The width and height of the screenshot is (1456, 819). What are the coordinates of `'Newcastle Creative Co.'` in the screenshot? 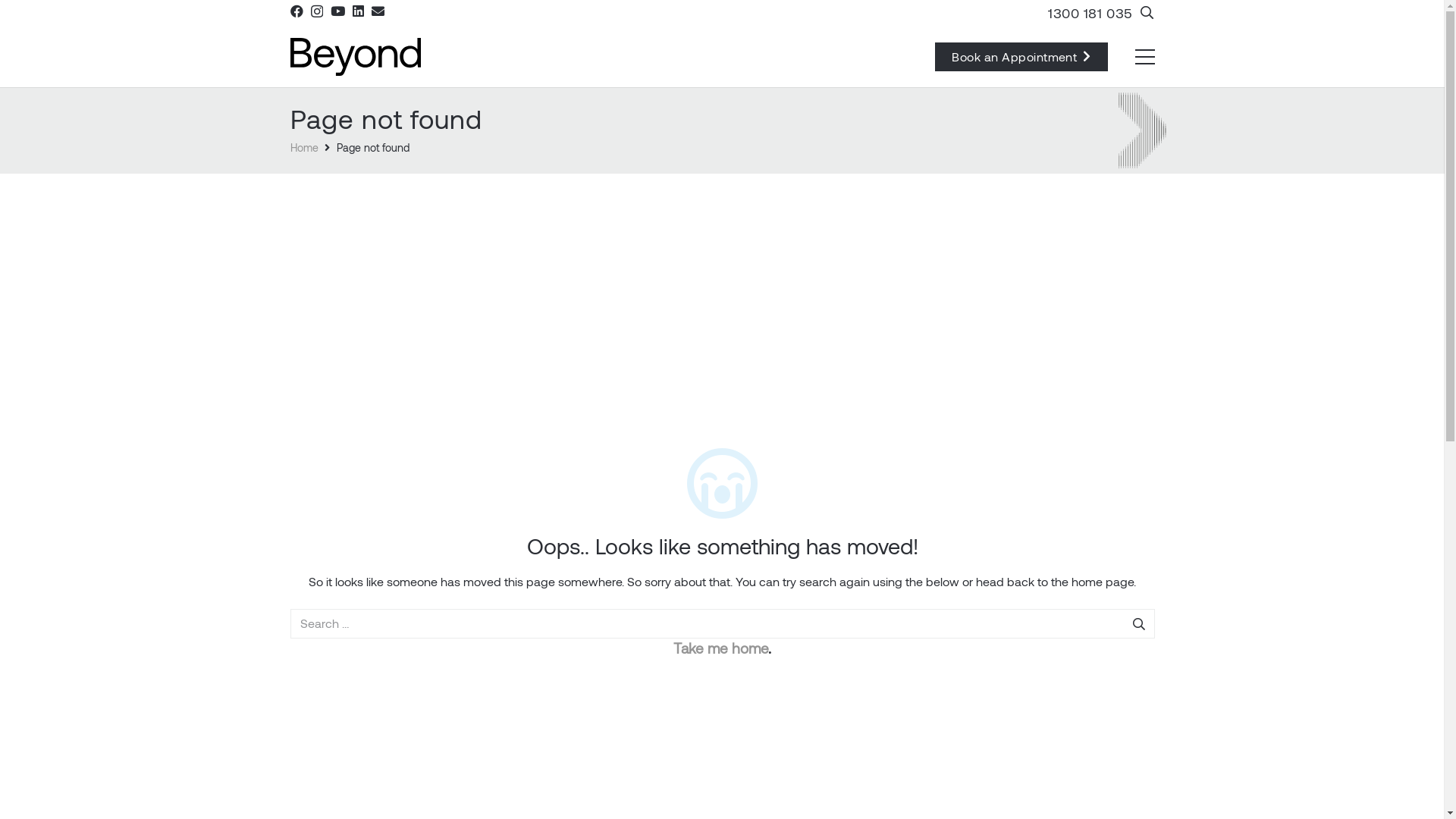 It's located at (913, 778).